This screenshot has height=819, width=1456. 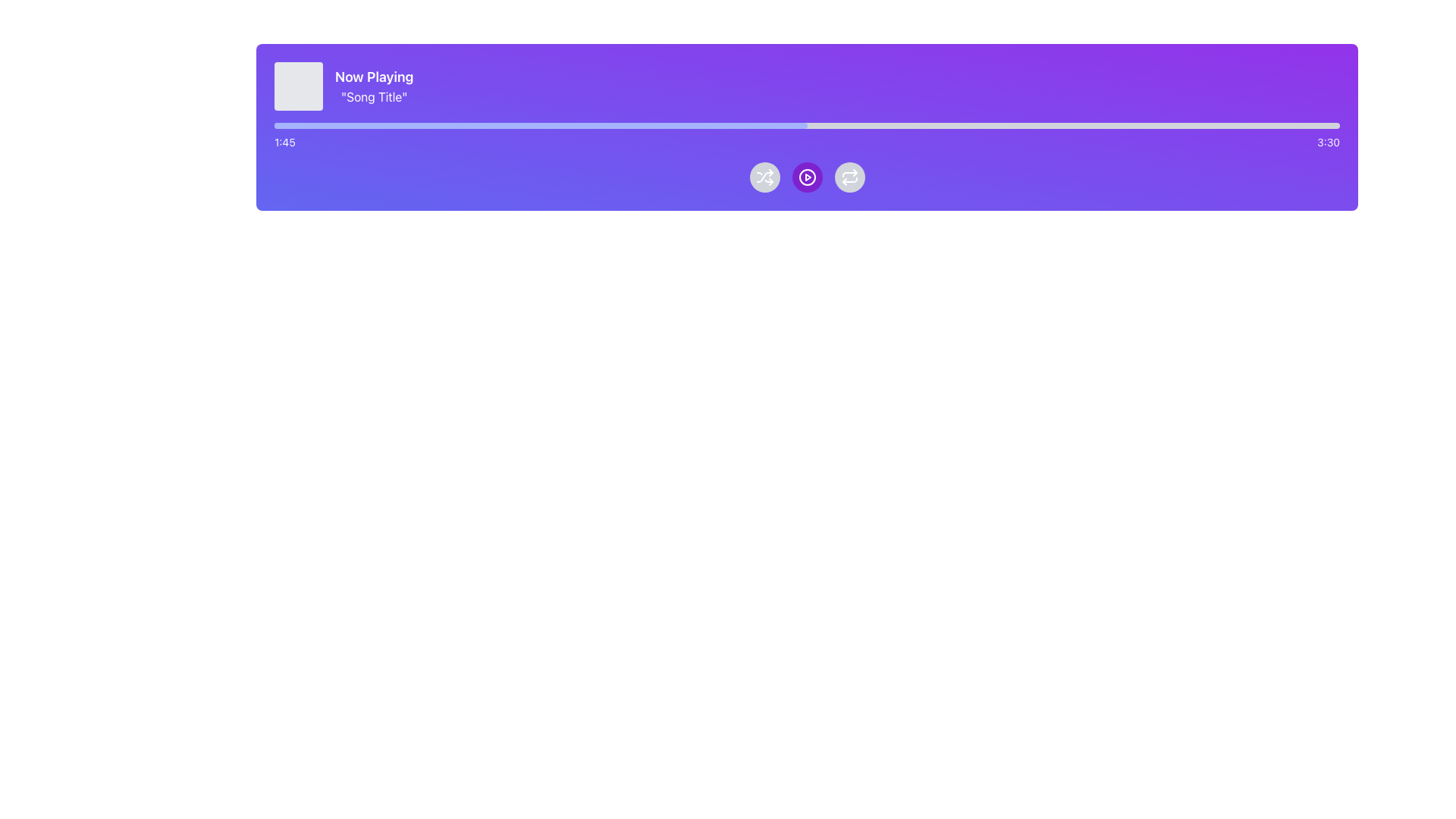 What do you see at coordinates (795, 124) in the screenshot?
I see `playback progress` at bounding box center [795, 124].